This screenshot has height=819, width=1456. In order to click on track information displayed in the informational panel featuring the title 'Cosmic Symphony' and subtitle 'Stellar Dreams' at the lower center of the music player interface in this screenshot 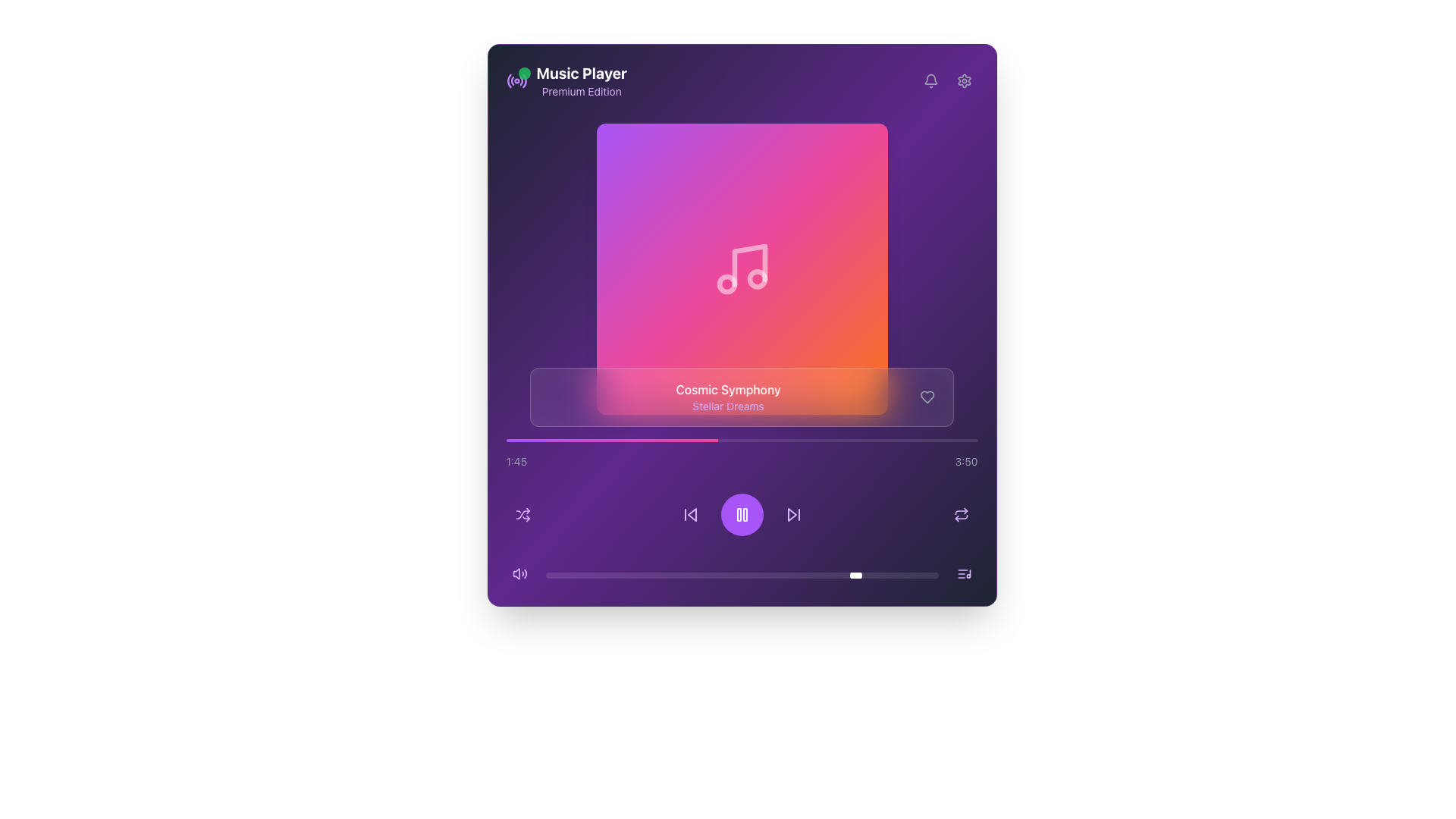, I will do `click(742, 397)`.